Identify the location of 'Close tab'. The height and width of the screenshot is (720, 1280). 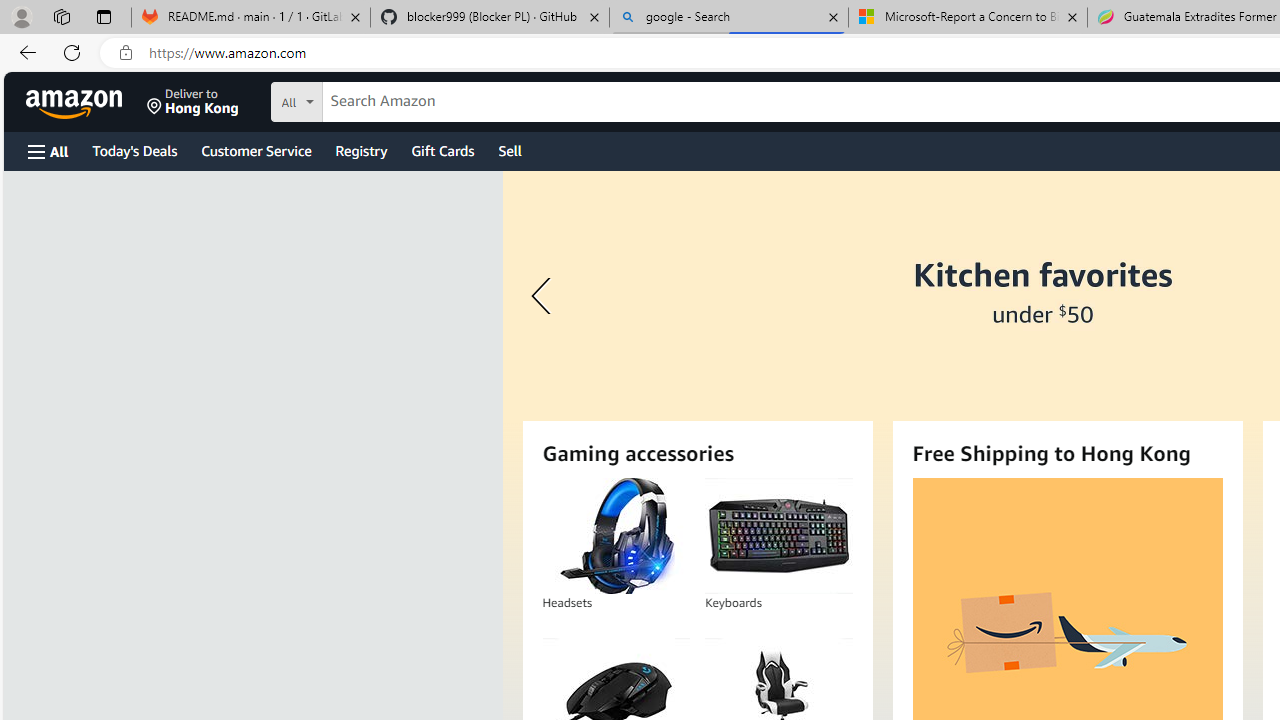
(1071, 17).